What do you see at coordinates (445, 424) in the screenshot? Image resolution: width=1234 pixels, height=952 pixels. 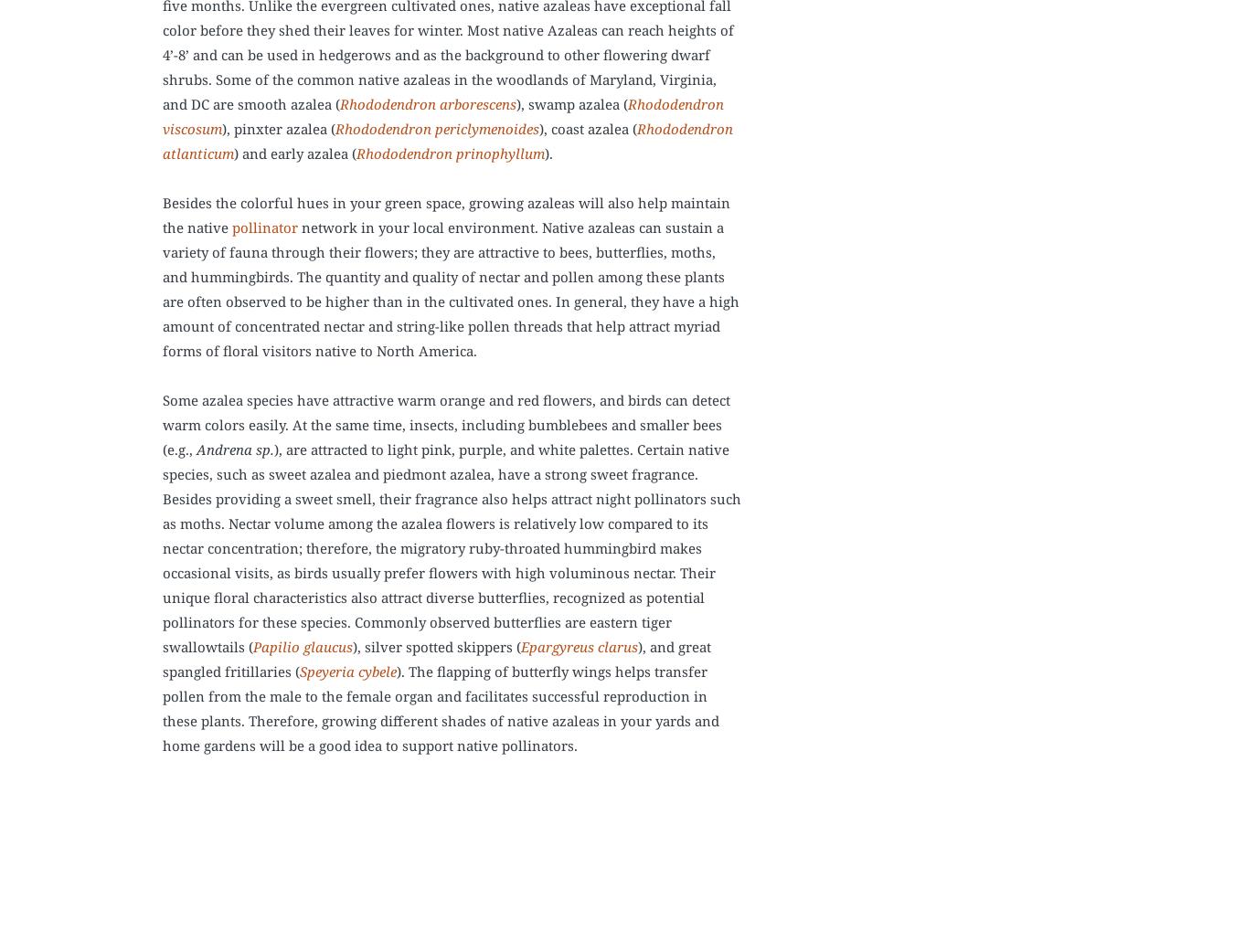 I see `'Some azalea species have attractive warm orange and red flowers, and birds can detect warm colors easily. At the same time, insects, including bumblebees and smaller bees (e.g.,'` at bounding box center [445, 424].